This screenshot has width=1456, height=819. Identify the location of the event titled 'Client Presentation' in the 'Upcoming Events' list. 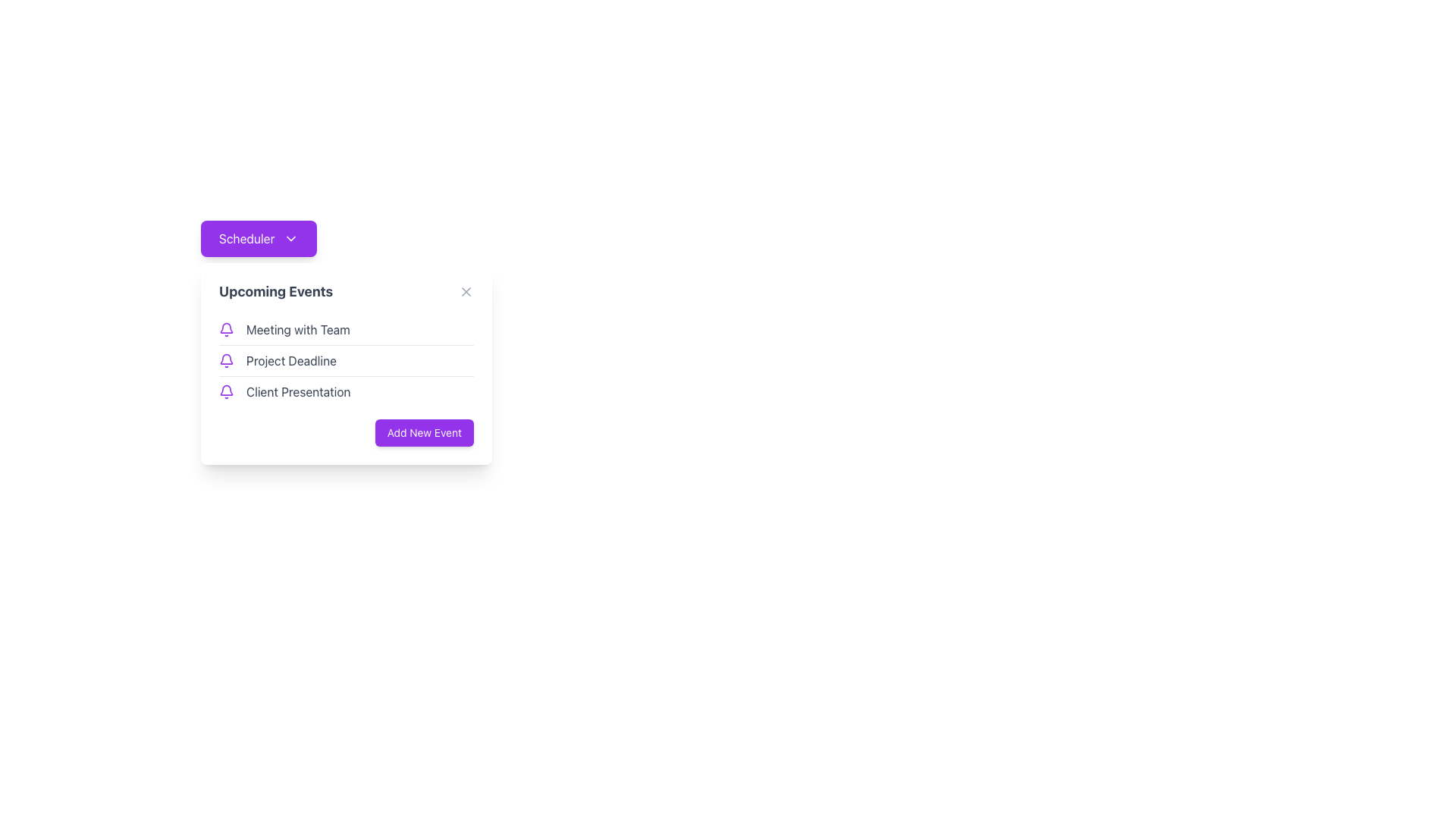
(345, 391).